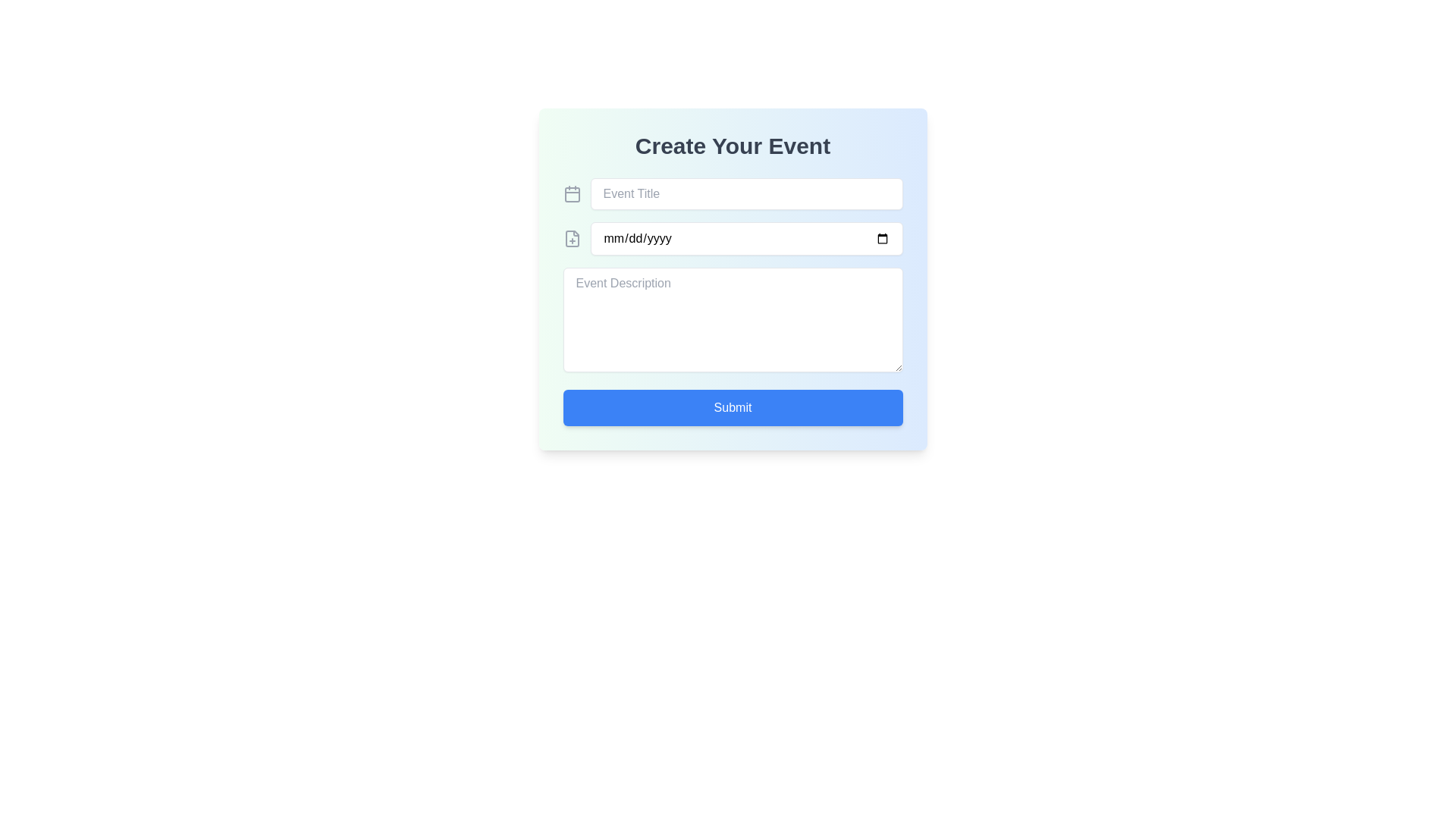 This screenshot has height=819, width=1456. Describe the element at coordinates (733, 302) in the screenshot. I see `to select text within the Text Input Area located in the 'Create Your Event' section, positioned above the blue 'Submit' button` at that location.